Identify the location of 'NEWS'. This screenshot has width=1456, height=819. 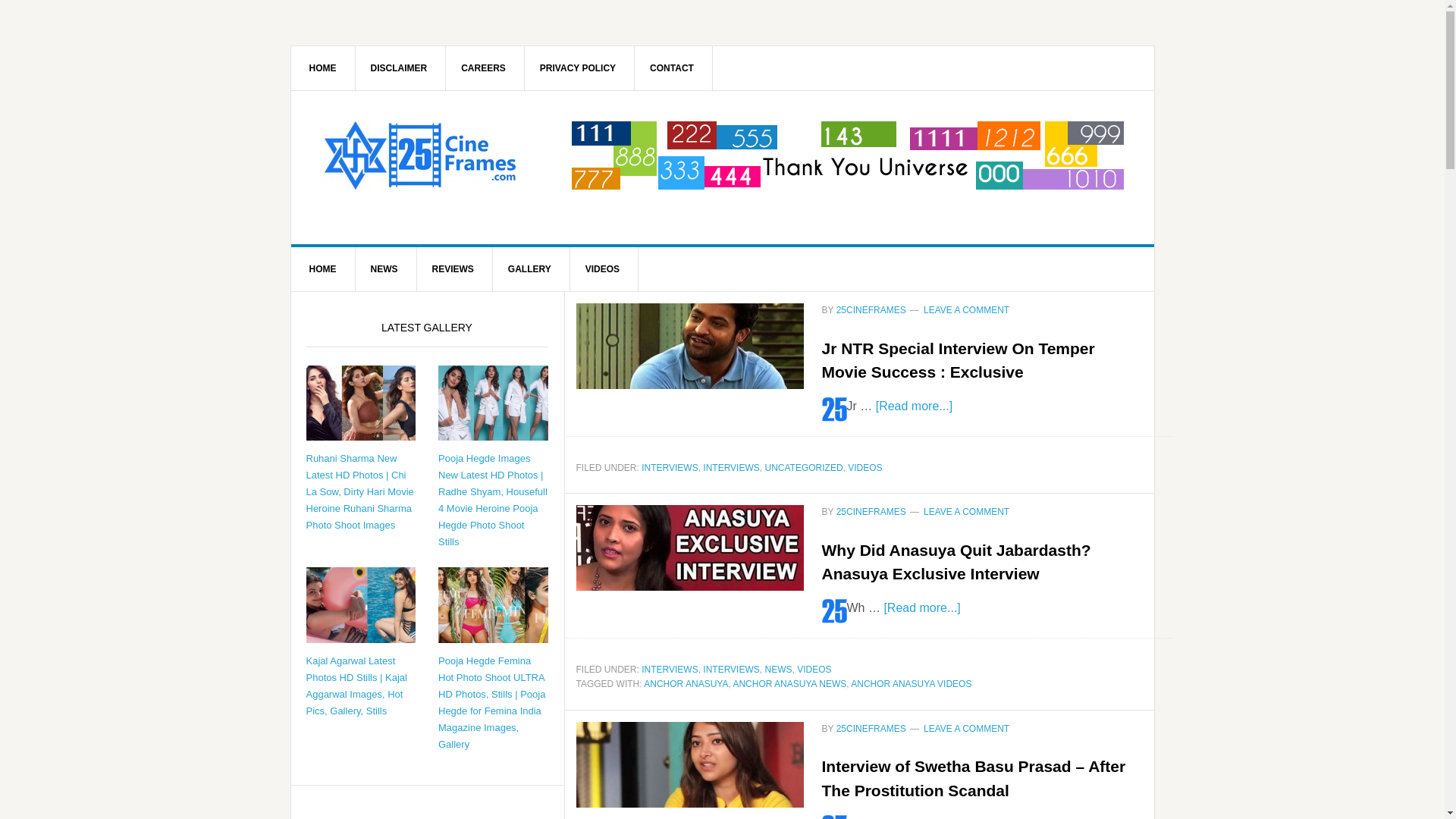
(778, 669).